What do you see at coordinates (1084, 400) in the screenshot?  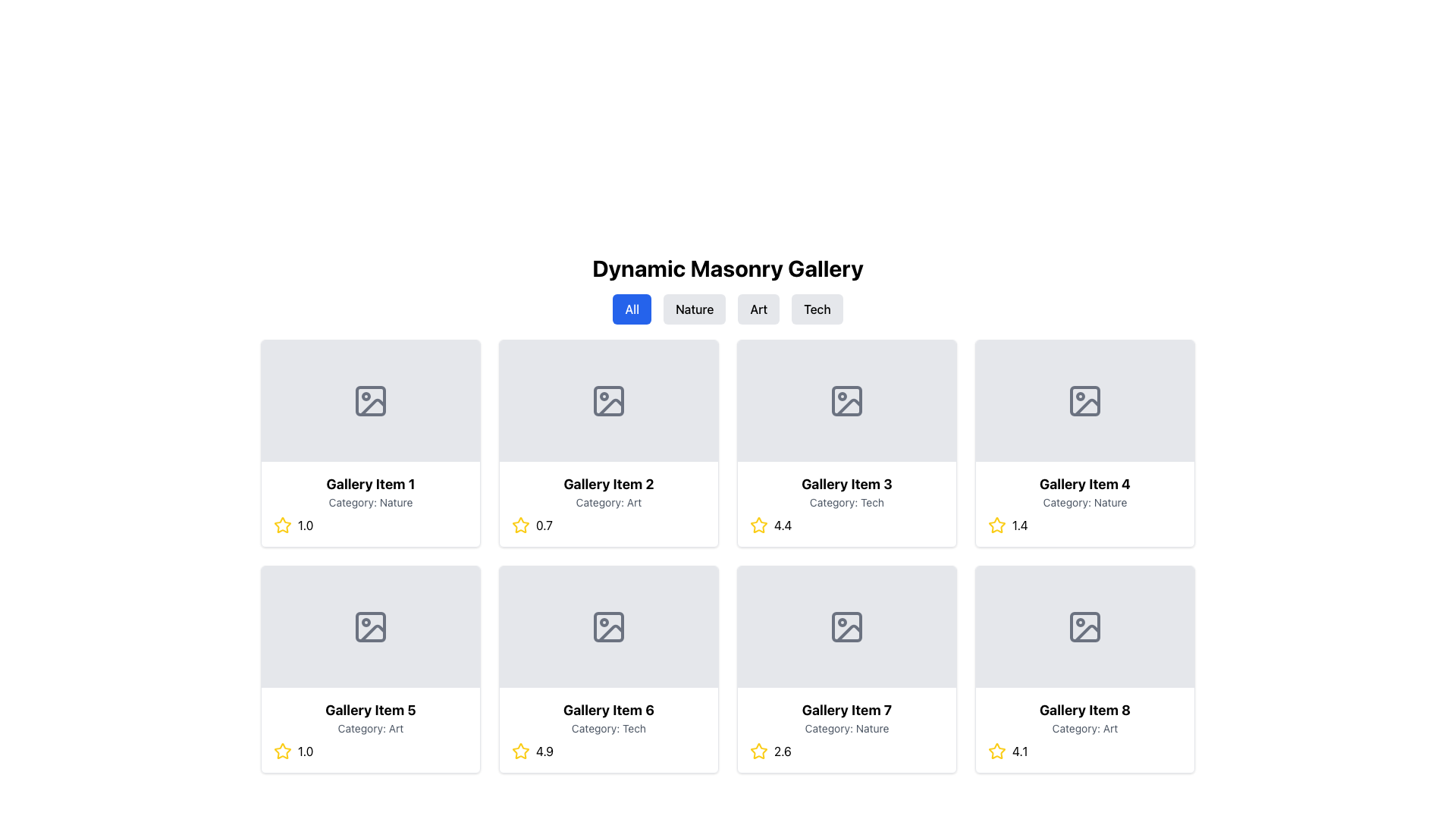 I see `the image placeholder located in the fourth card of the gallery grid labeled 'Gallery Item 4' with category 'Nature' and a rating of 1.4` at bounding box center [1084, 400].